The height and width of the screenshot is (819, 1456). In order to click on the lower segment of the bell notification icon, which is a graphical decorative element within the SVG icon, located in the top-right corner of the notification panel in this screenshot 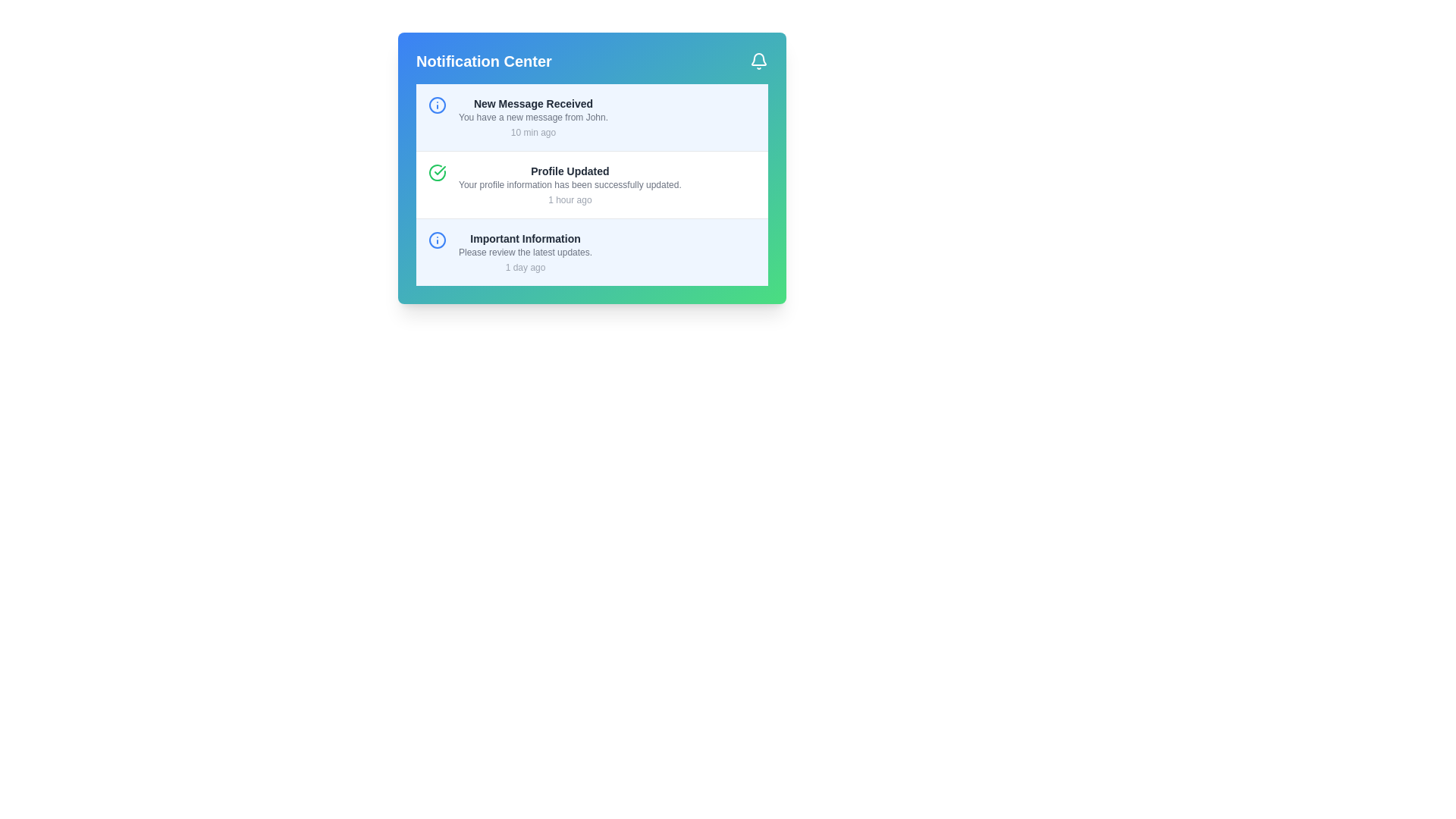, I will do `click(759, 58)`.